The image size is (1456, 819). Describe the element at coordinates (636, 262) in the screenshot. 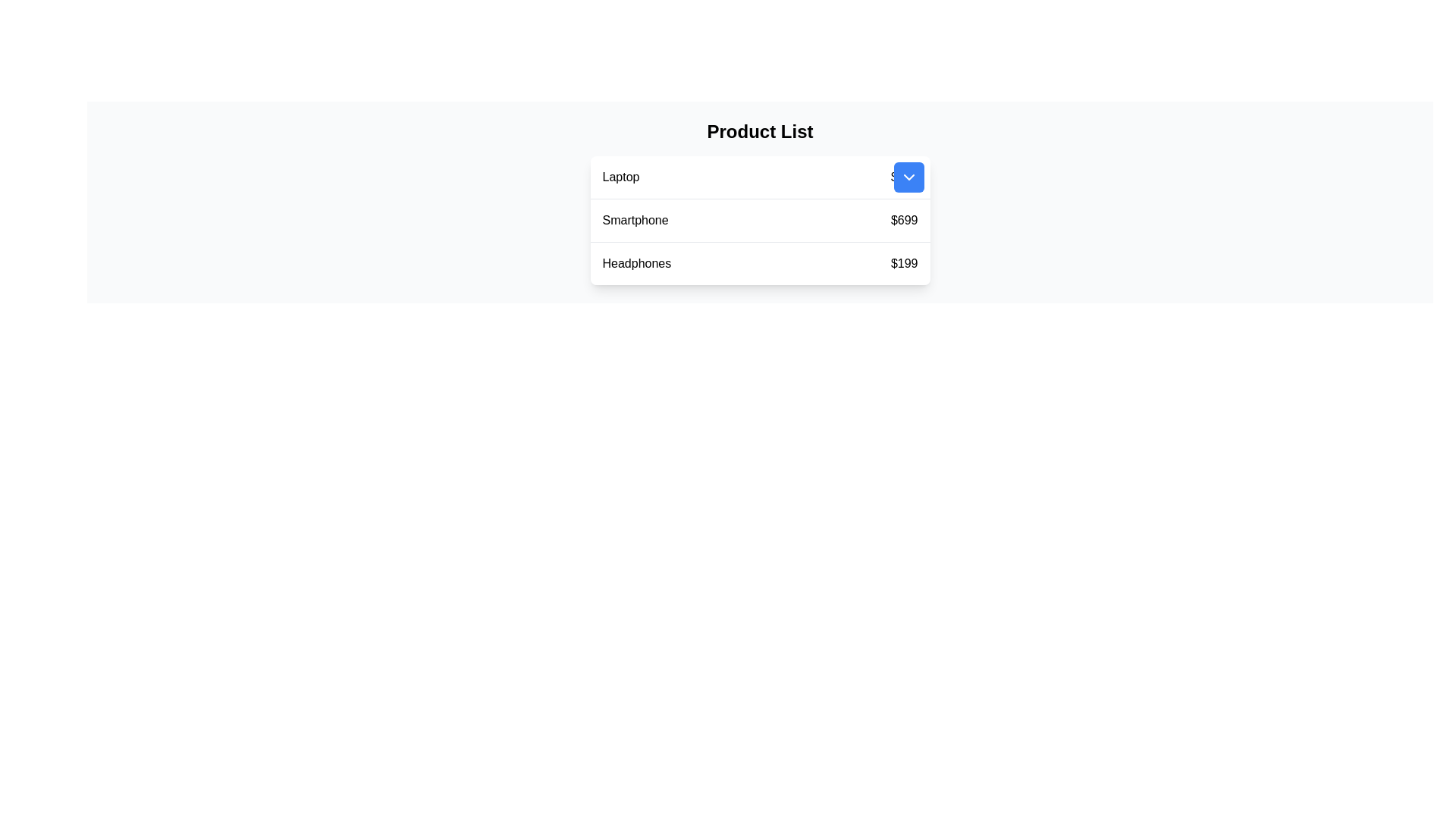

I see `text label displaying 'Headphones' located in the third row of the product list, adjacent to the price '$199'` at that location.